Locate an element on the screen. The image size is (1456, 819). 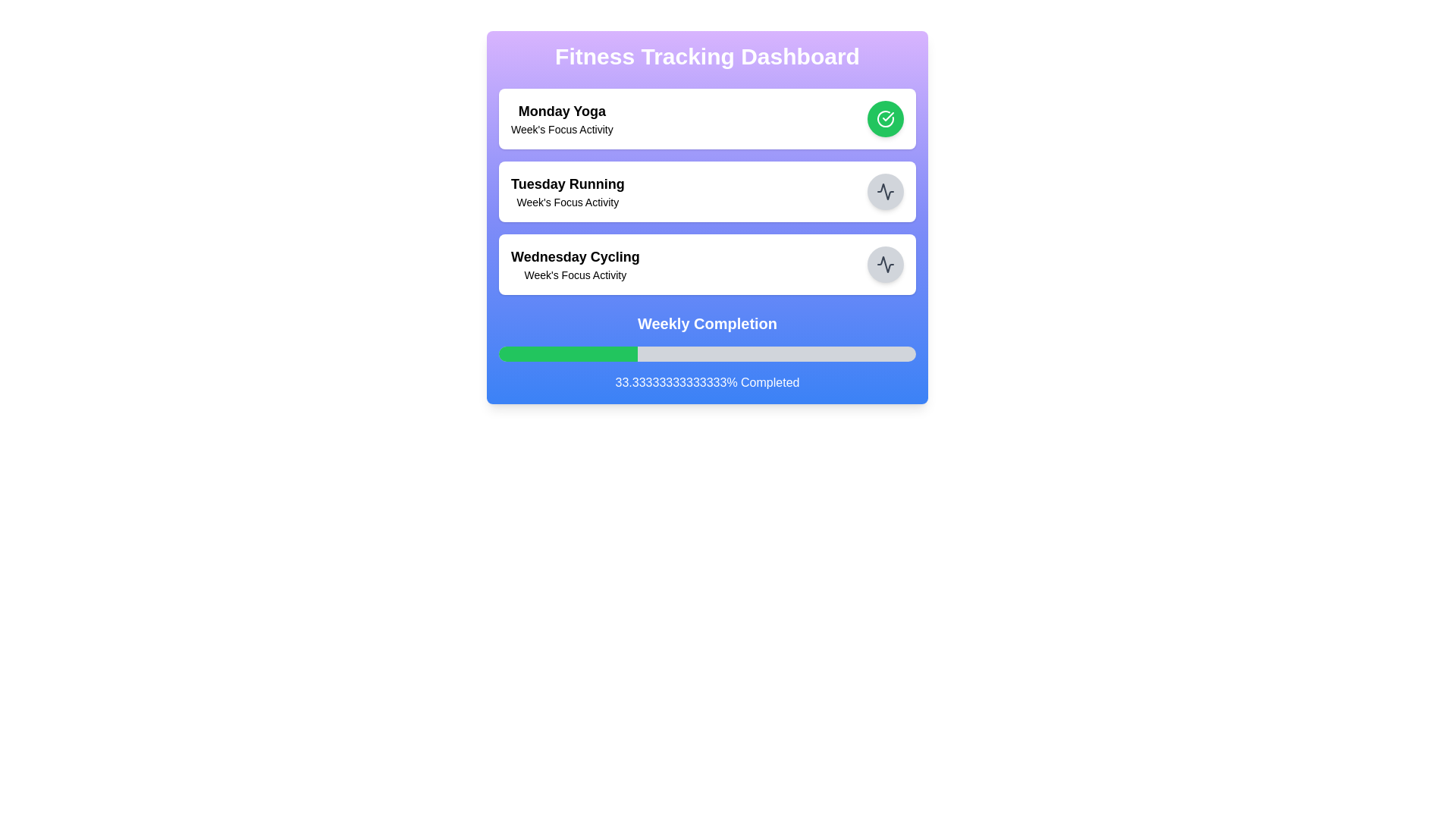
the circular checkmark icon inside the green circle located in the dashboard card for 'Monday Yoga' is located at coordinates (885, 118).